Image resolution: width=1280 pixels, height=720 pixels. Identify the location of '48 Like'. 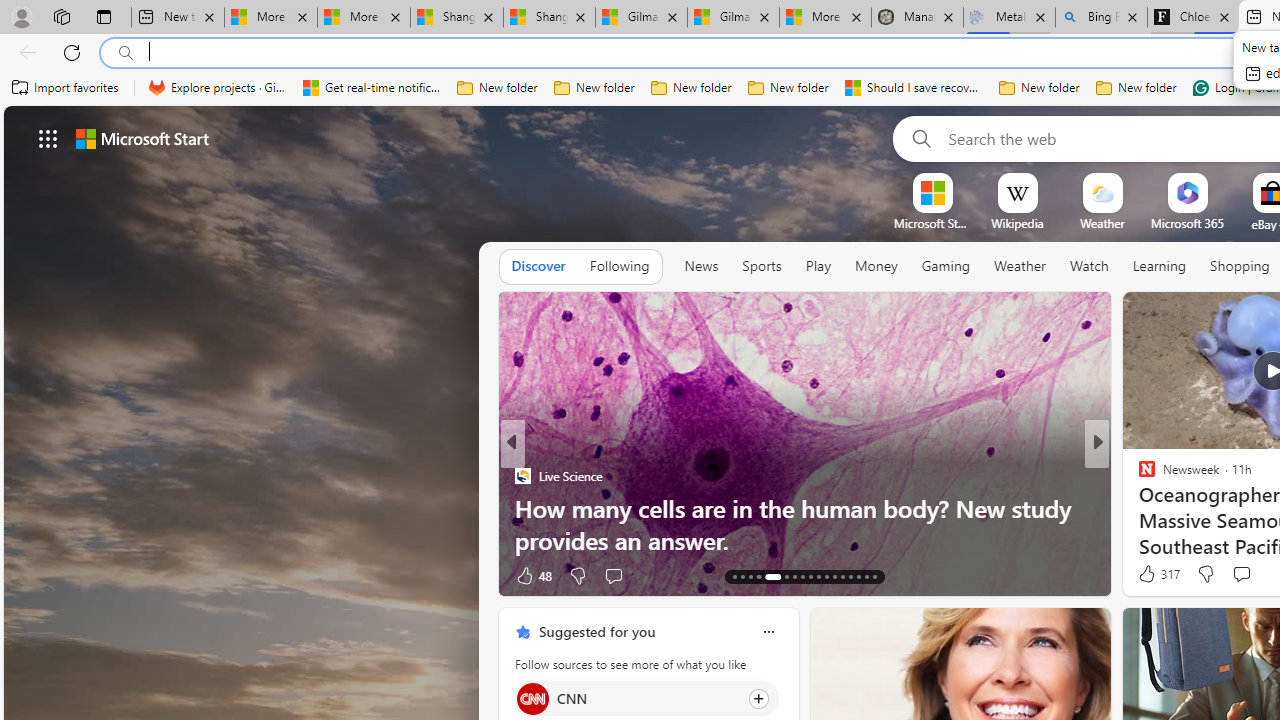
(533, 575).